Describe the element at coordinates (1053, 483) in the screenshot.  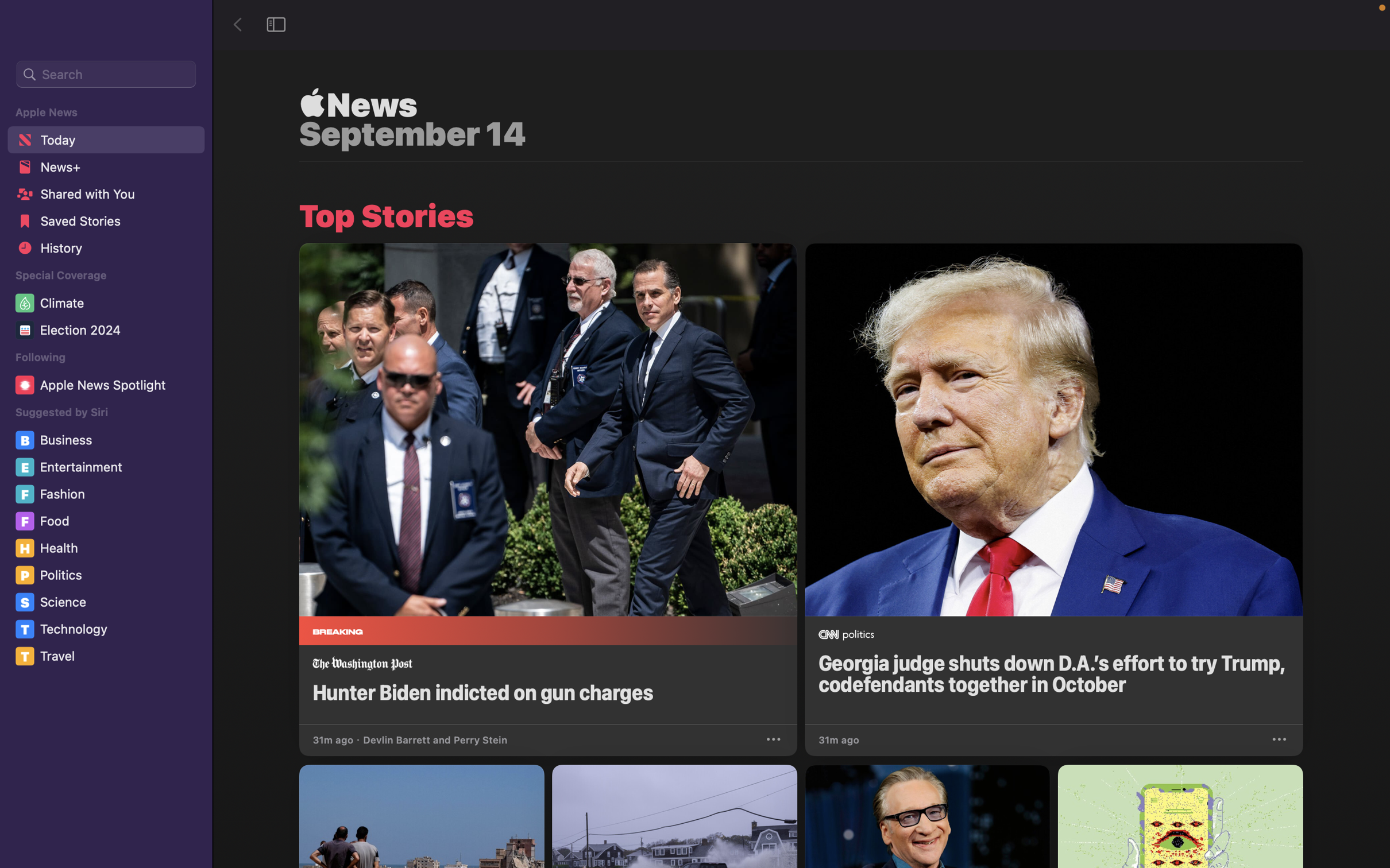
I see `the second news piece about a judge from Georgia` at that location.